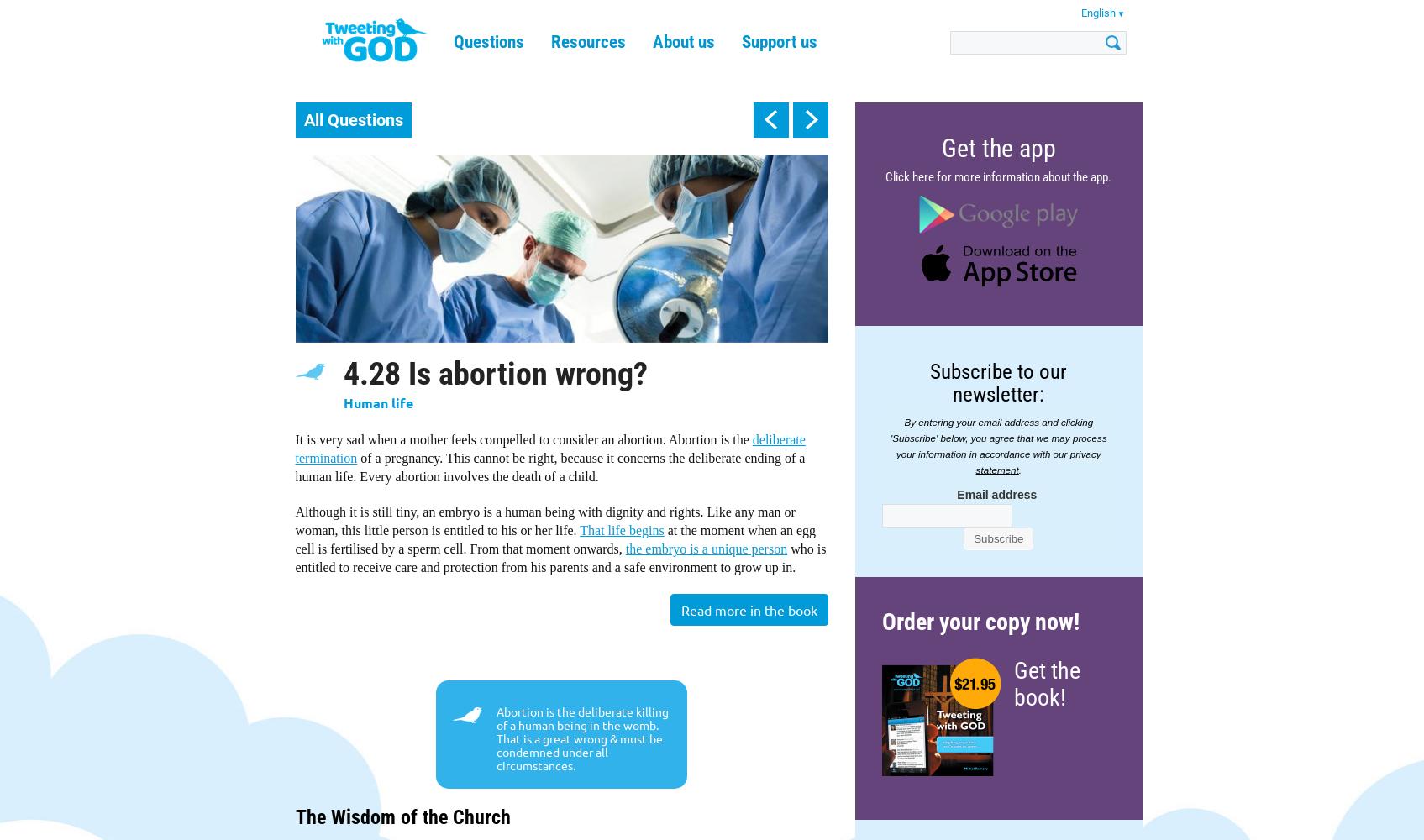  I want to click on 'Questions', so click(488, 42).